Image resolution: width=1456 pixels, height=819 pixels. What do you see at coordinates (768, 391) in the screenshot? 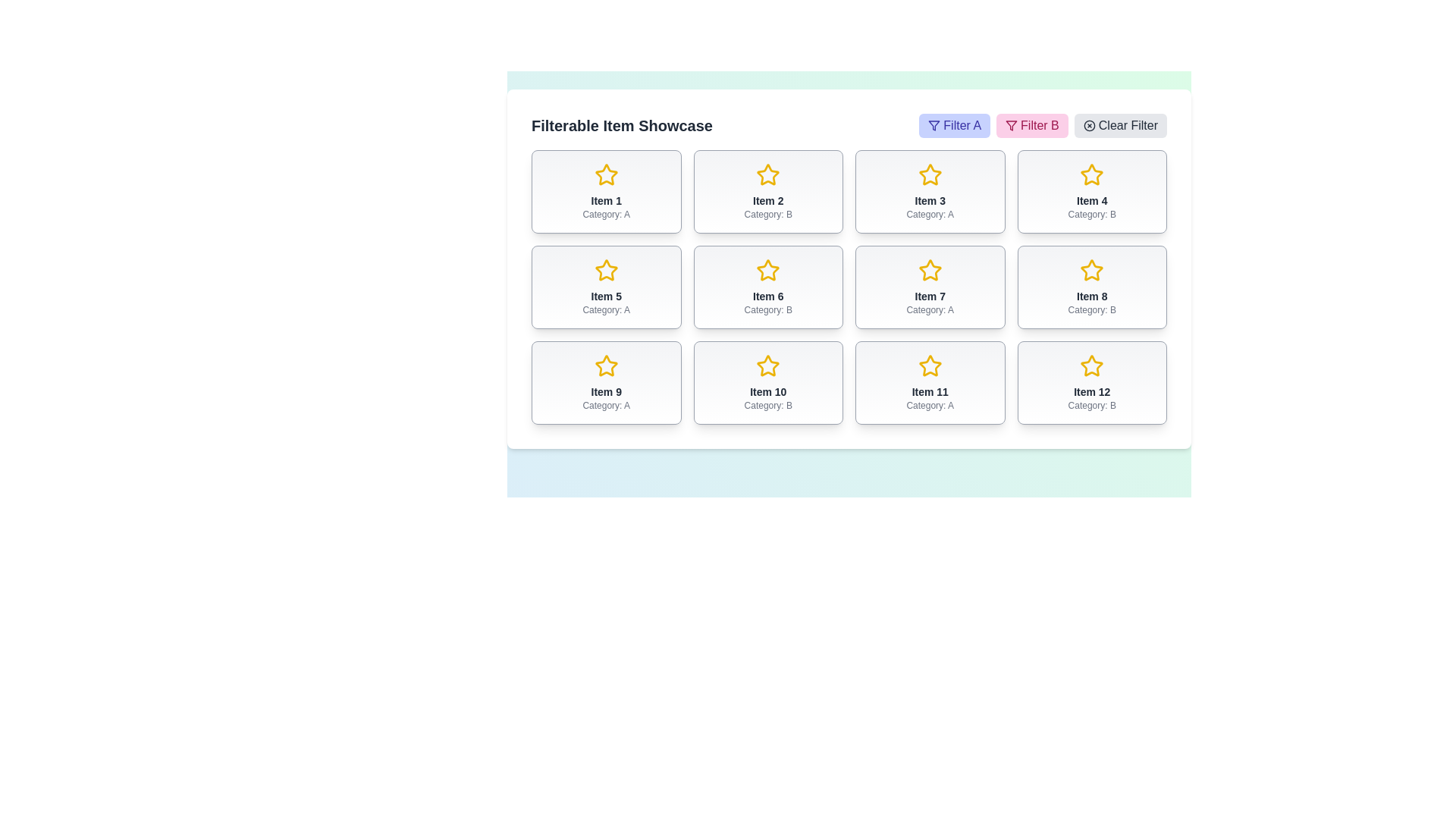
I see `the non-interactive text label that represents 'Item 10', located in a bordered and rounded card at the bottom center of the three-row grid interface` at bounding box center [768, 391].